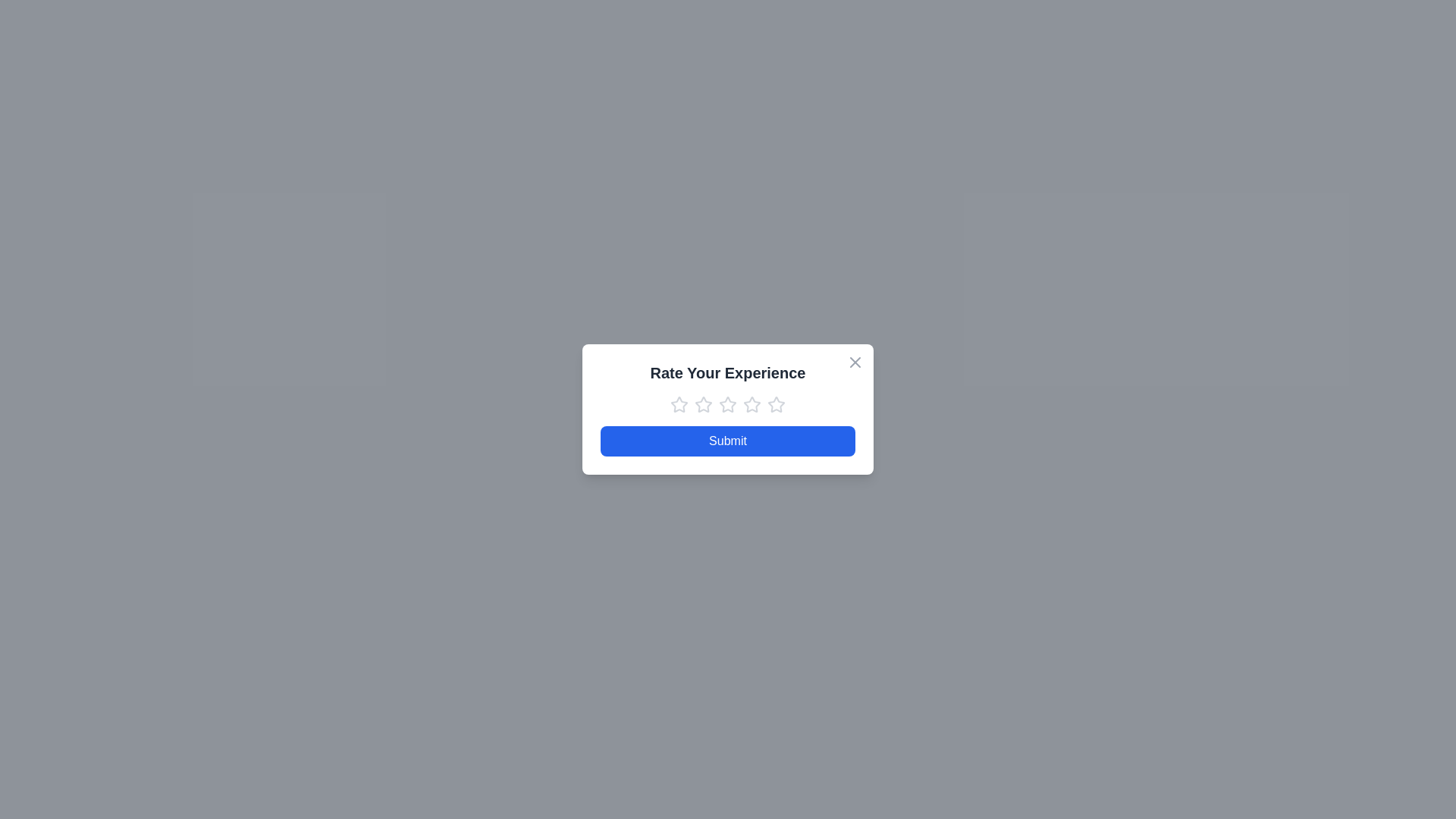 This screenshot has height=819, width=1456. What do you see at coordinates (728, 441) in the screenshot?
I see `the 'Submit' button to submit the feedback` at bounding box center [728, 441].